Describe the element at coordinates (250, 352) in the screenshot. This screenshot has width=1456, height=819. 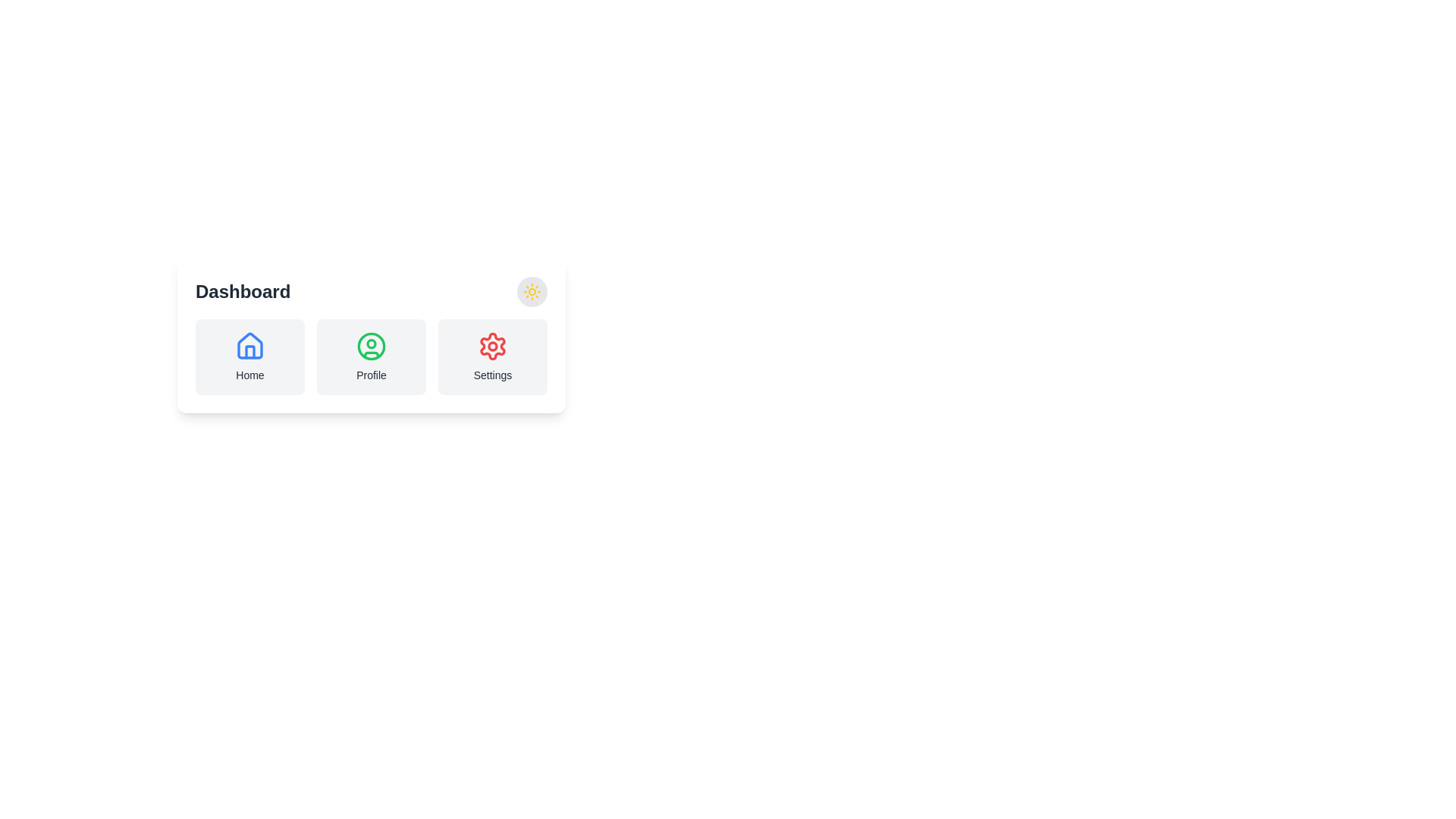
I see `the door element within the blue-bordered house icon in the Home section of the dashboard for visual interaction` at that location.